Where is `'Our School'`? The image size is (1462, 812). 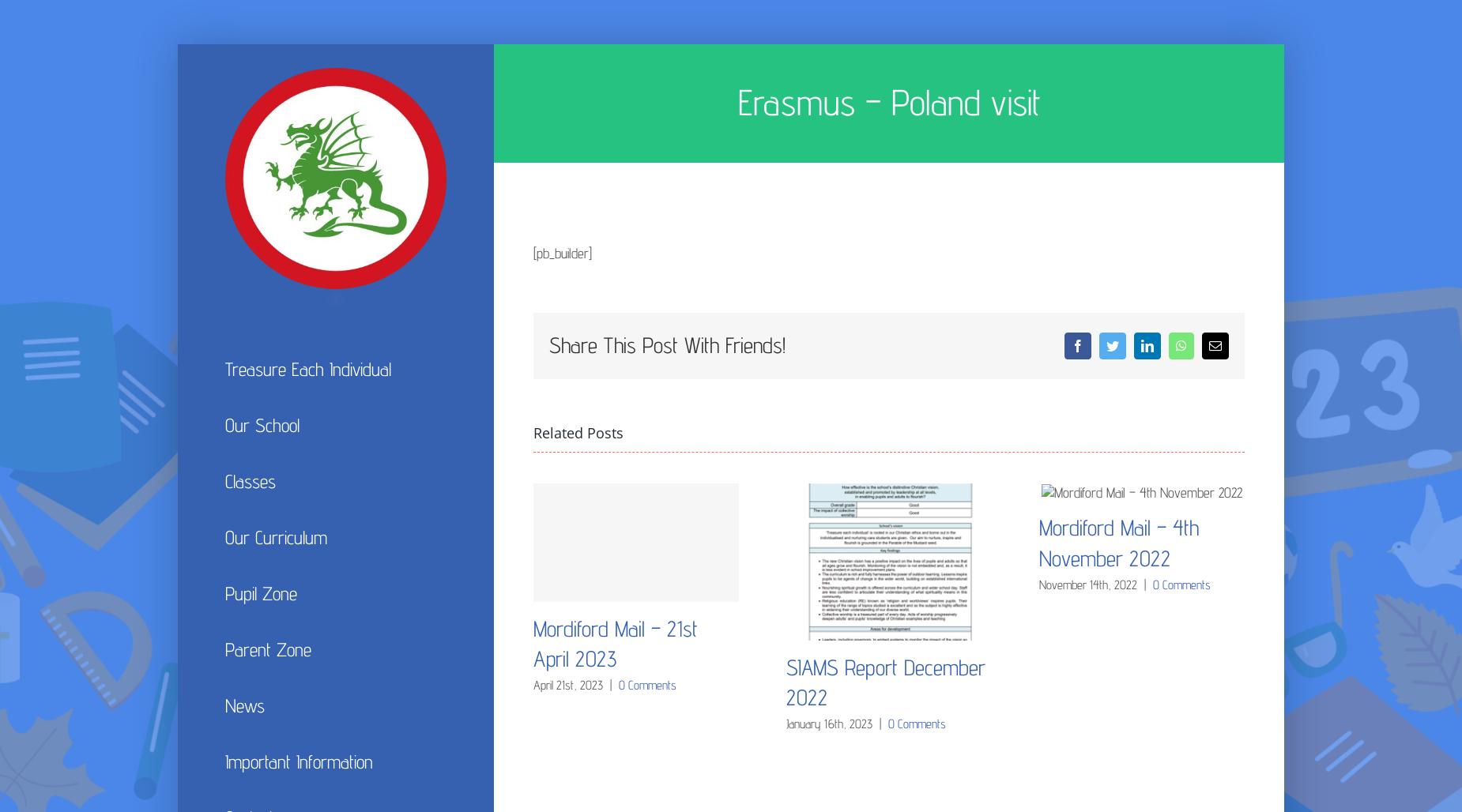
'Our School' is located at coordinates (262, 424).